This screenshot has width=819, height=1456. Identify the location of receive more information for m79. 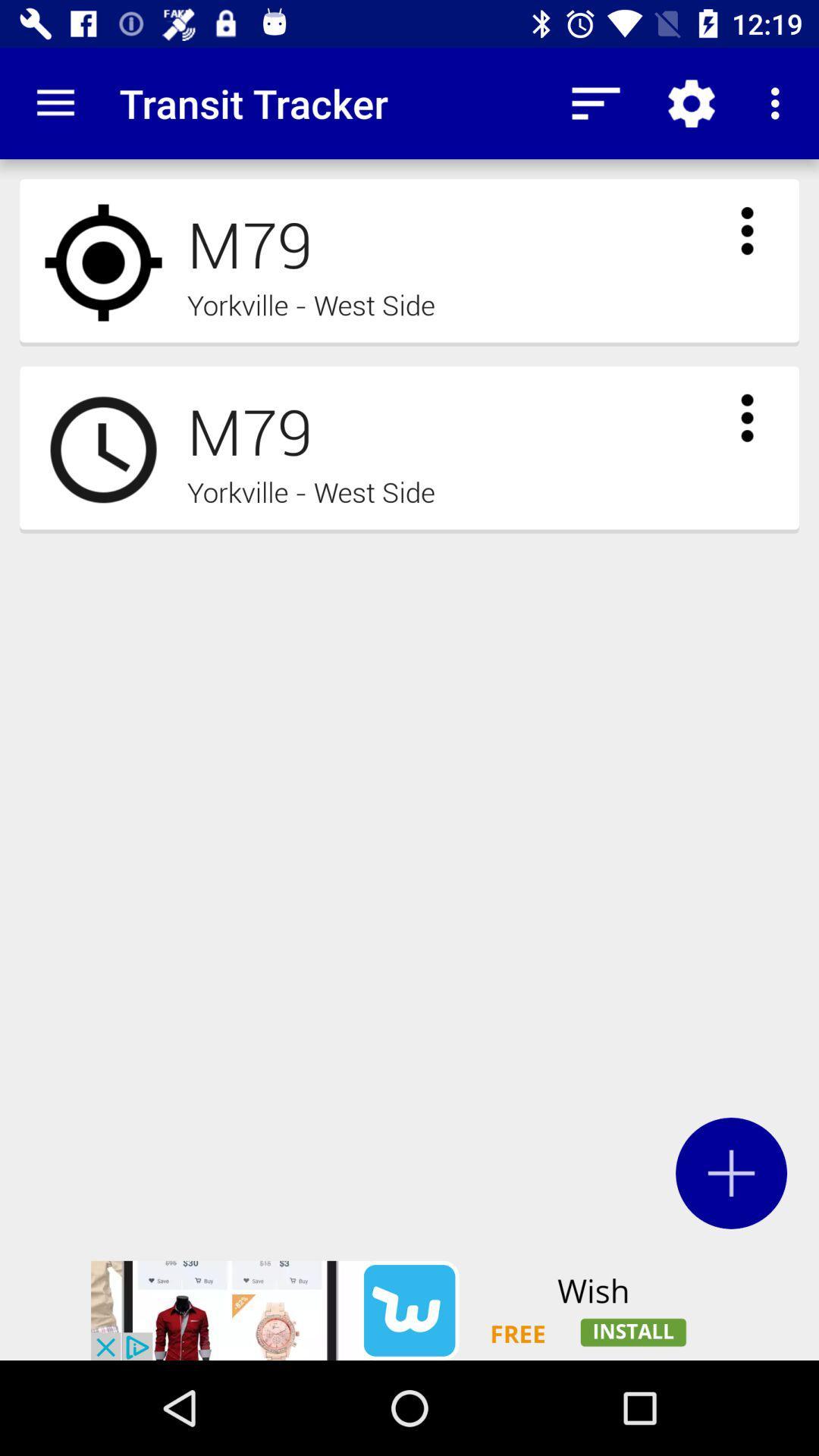
(746, 230).